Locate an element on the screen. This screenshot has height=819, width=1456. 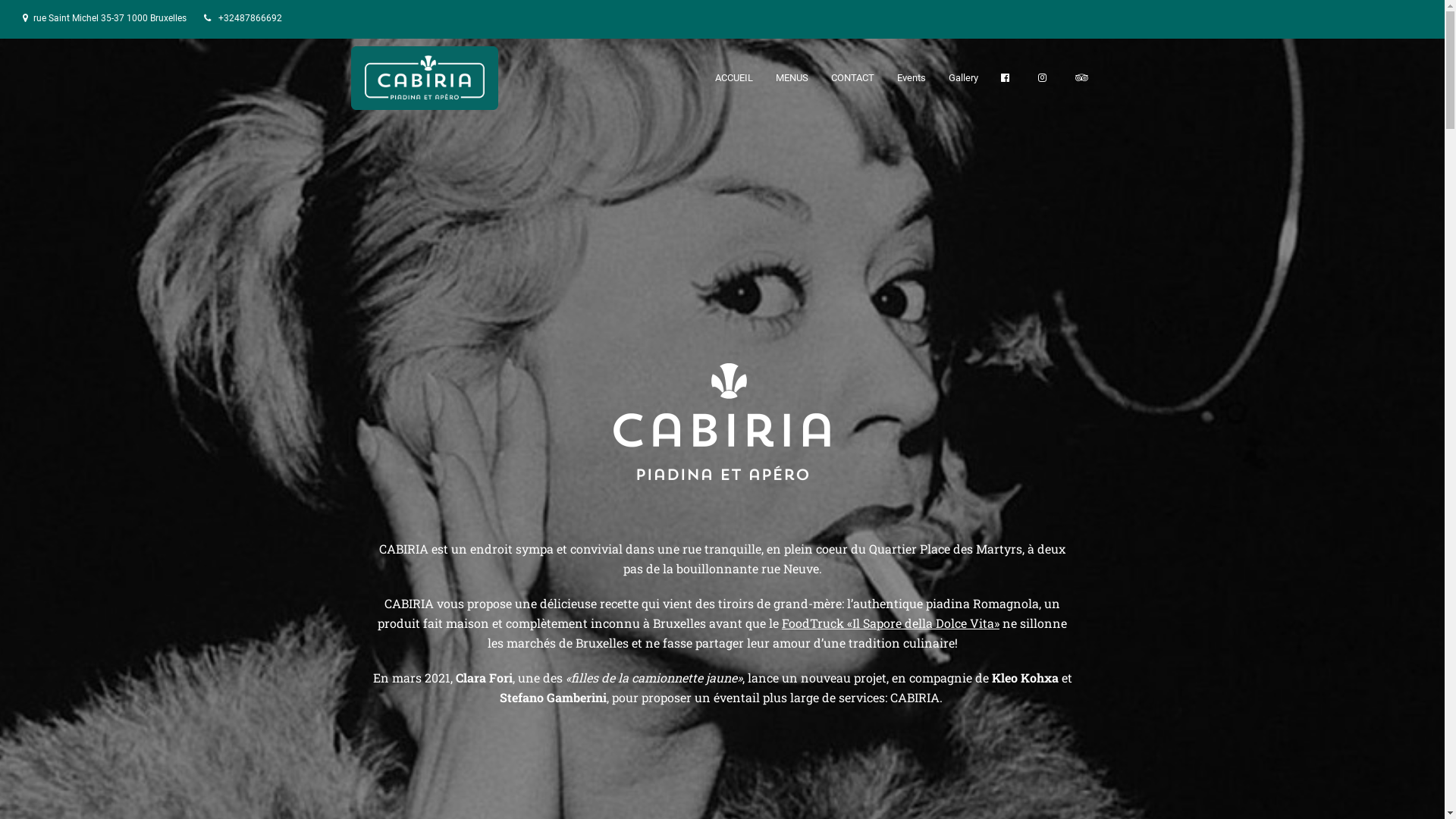
'CONTACT' is located at coordinates (818, 78).